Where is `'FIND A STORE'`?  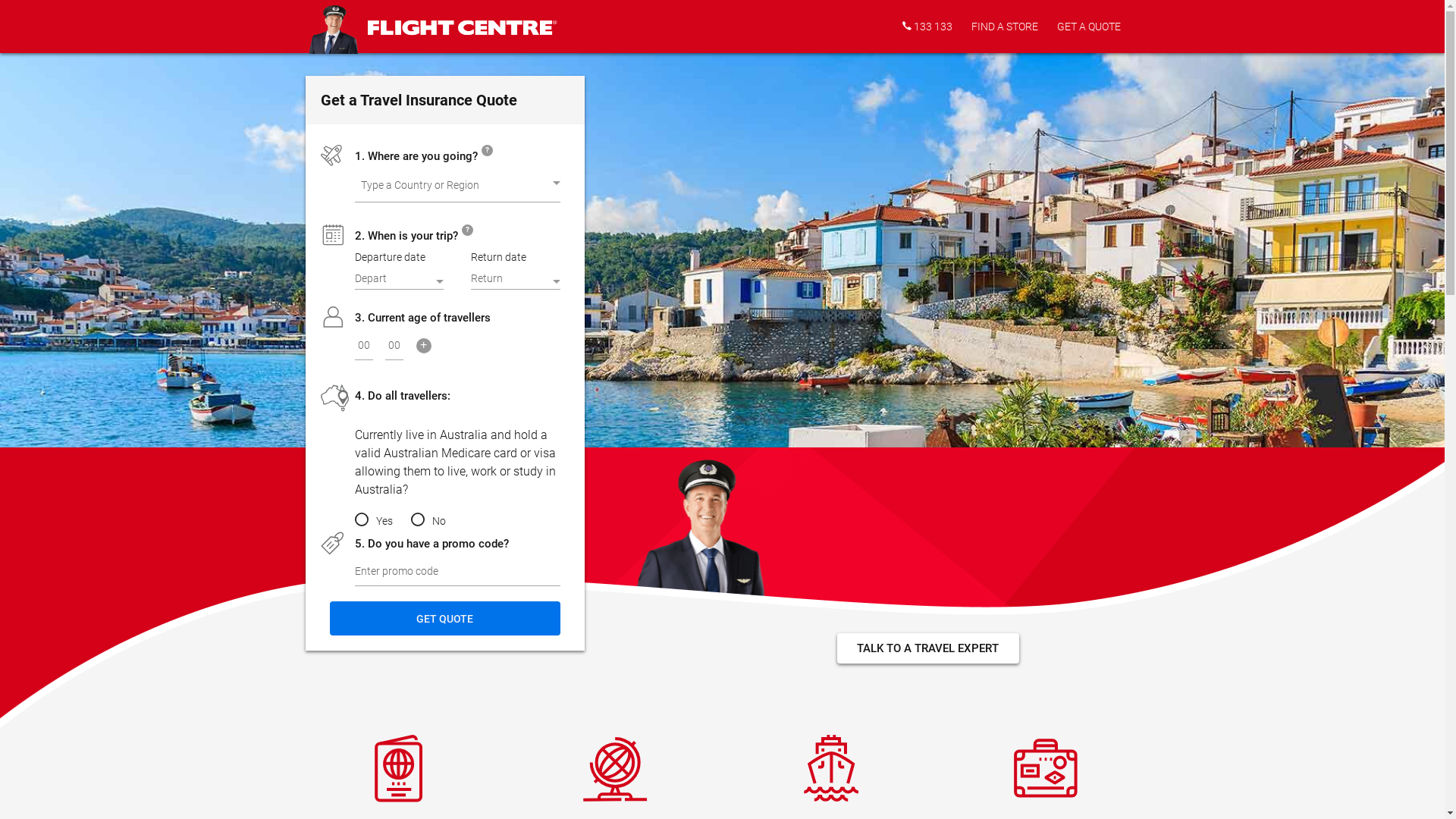 'FIND A STORE' is located at coordinates (1004, 26).